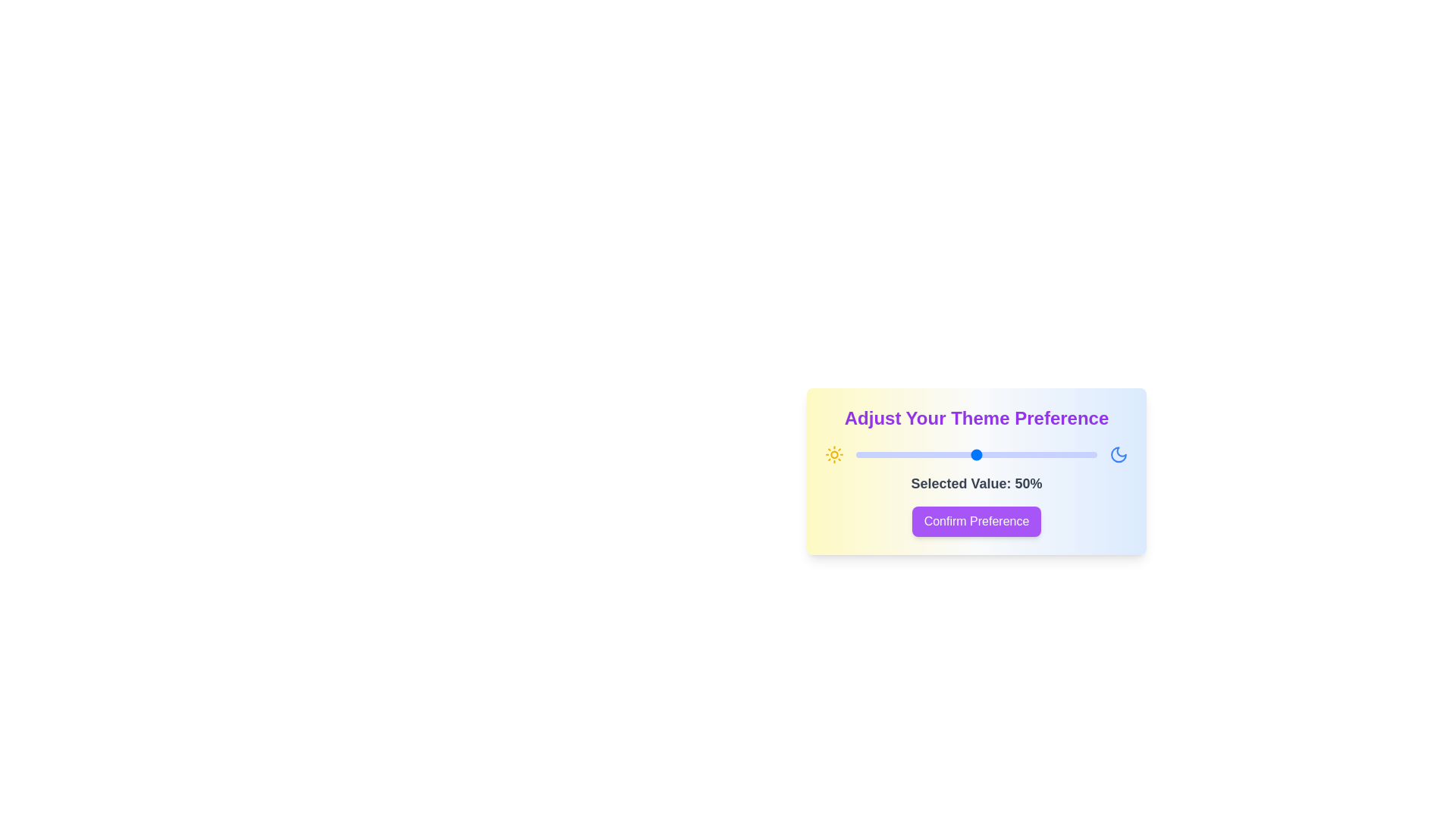 The image size is (1456, 819). I want to click on the sun icon located on the leftmost side of the horizontal row, which is characterized by its circular yellow center and surrounding rays, so click(833, 454).